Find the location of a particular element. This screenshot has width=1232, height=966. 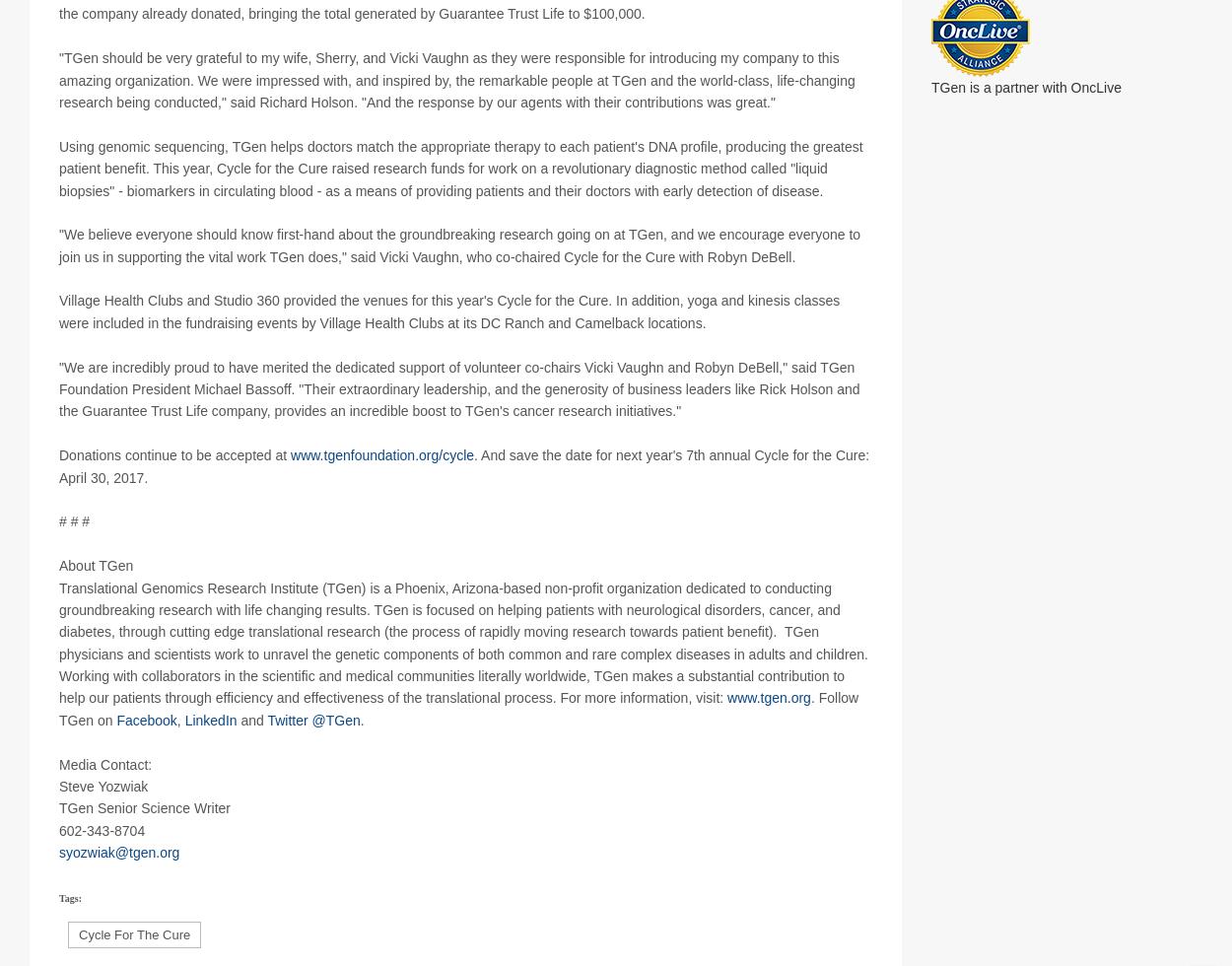

'TGen Senior Science Writer' is located at coordinates (145, 830).